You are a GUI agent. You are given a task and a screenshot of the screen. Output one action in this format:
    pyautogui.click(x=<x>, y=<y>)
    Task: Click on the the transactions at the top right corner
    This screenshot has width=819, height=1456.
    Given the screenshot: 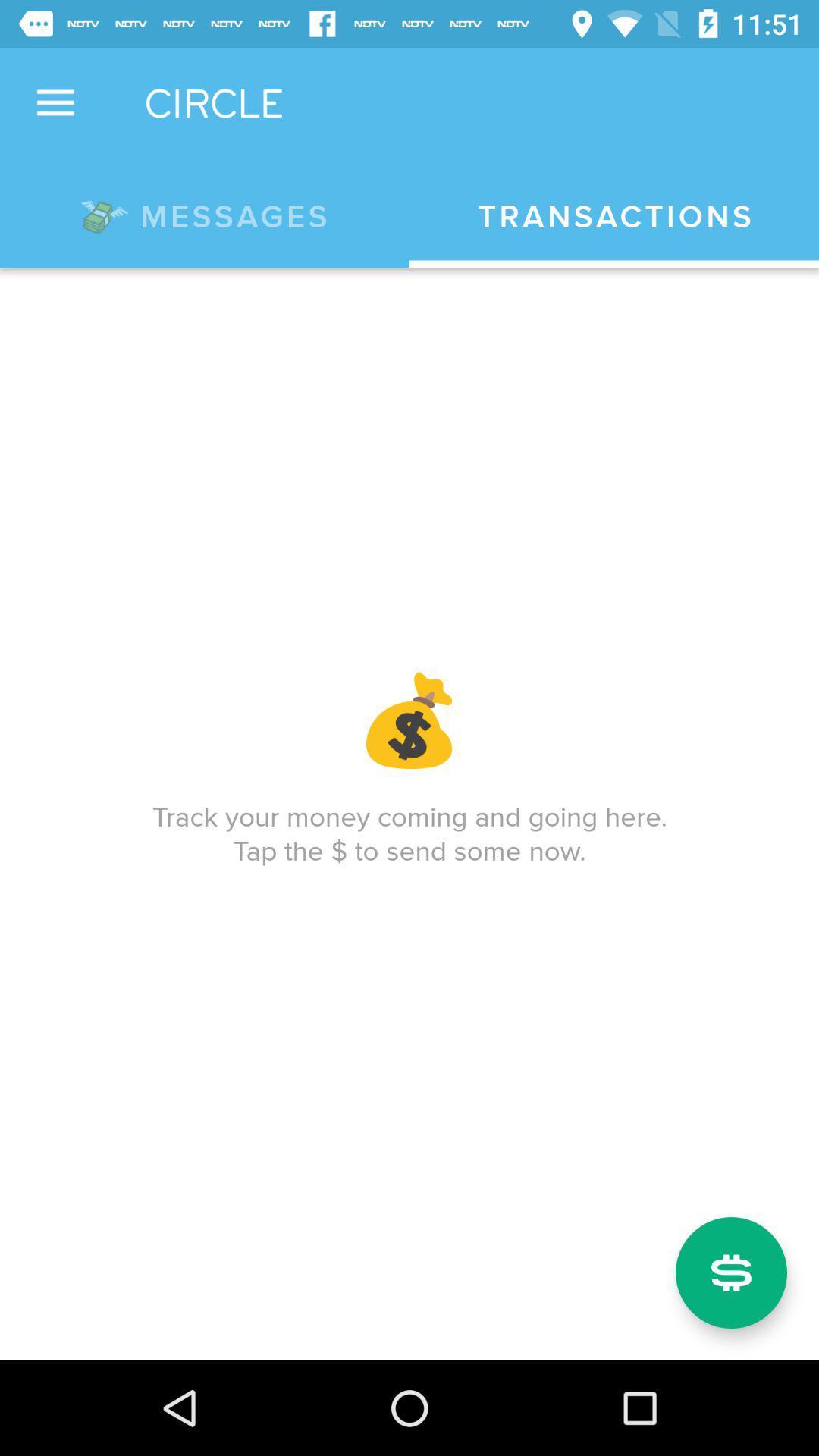 What is the action you would take?
    pyautogui.click(x=614, y=216)
    